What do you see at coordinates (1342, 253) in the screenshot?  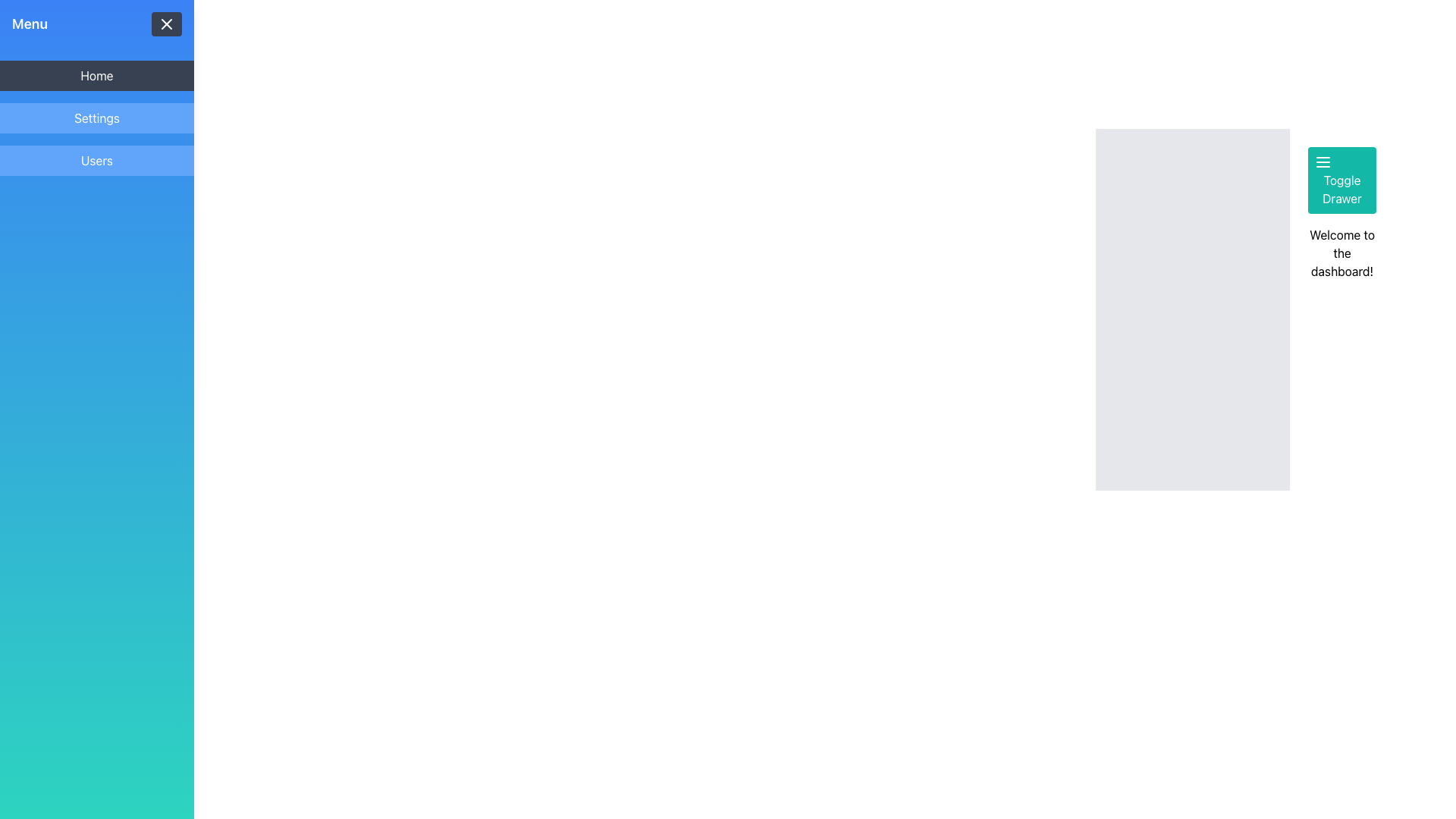 I see `the Text Label that serves as a title or greeting message for the dashboard interface, positioned directly below the 'Toggle Drawer' button` at bounding box center [1342, 253].